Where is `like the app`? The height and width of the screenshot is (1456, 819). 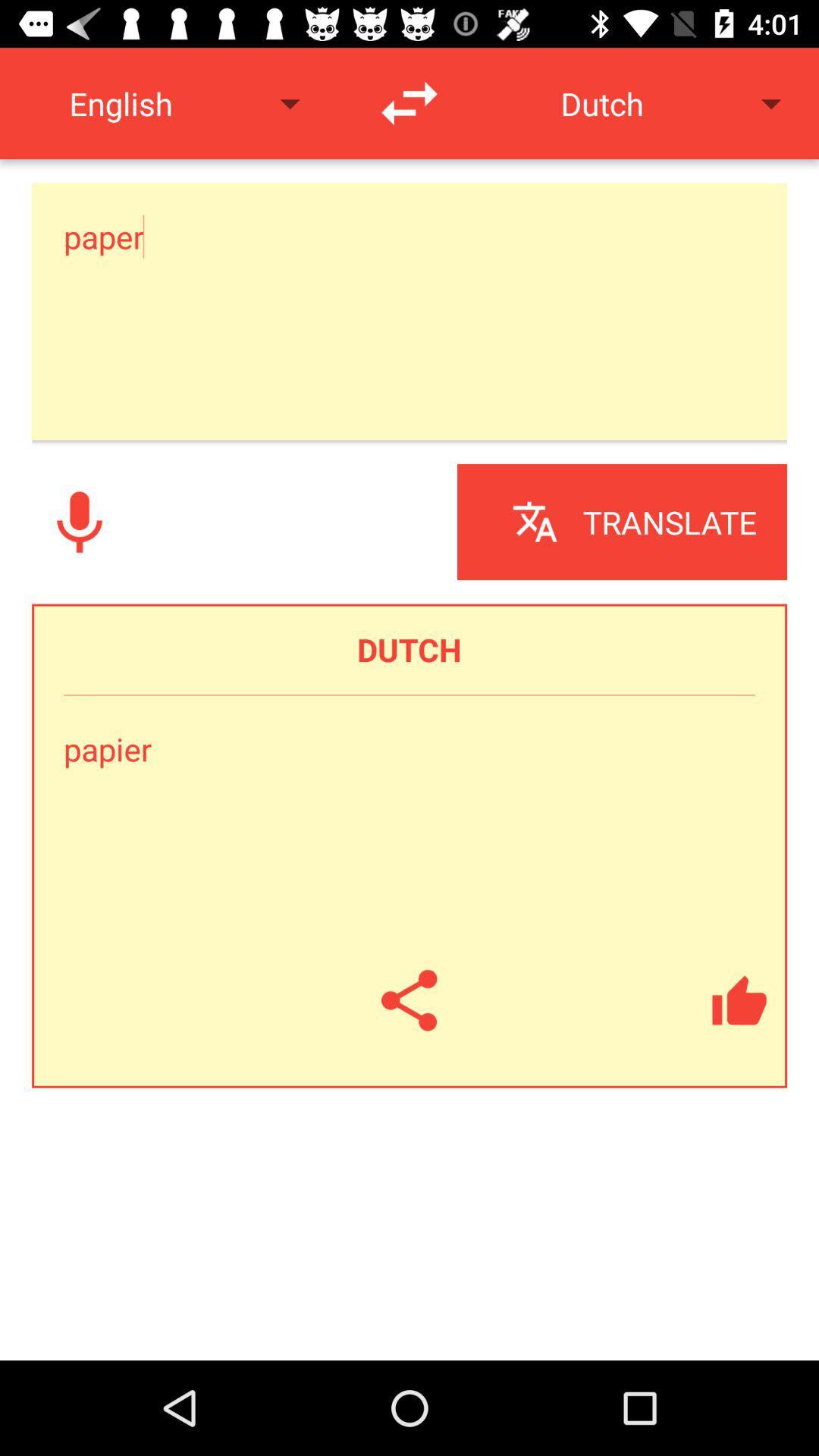
like the app is located at coordinates (739, 1000).